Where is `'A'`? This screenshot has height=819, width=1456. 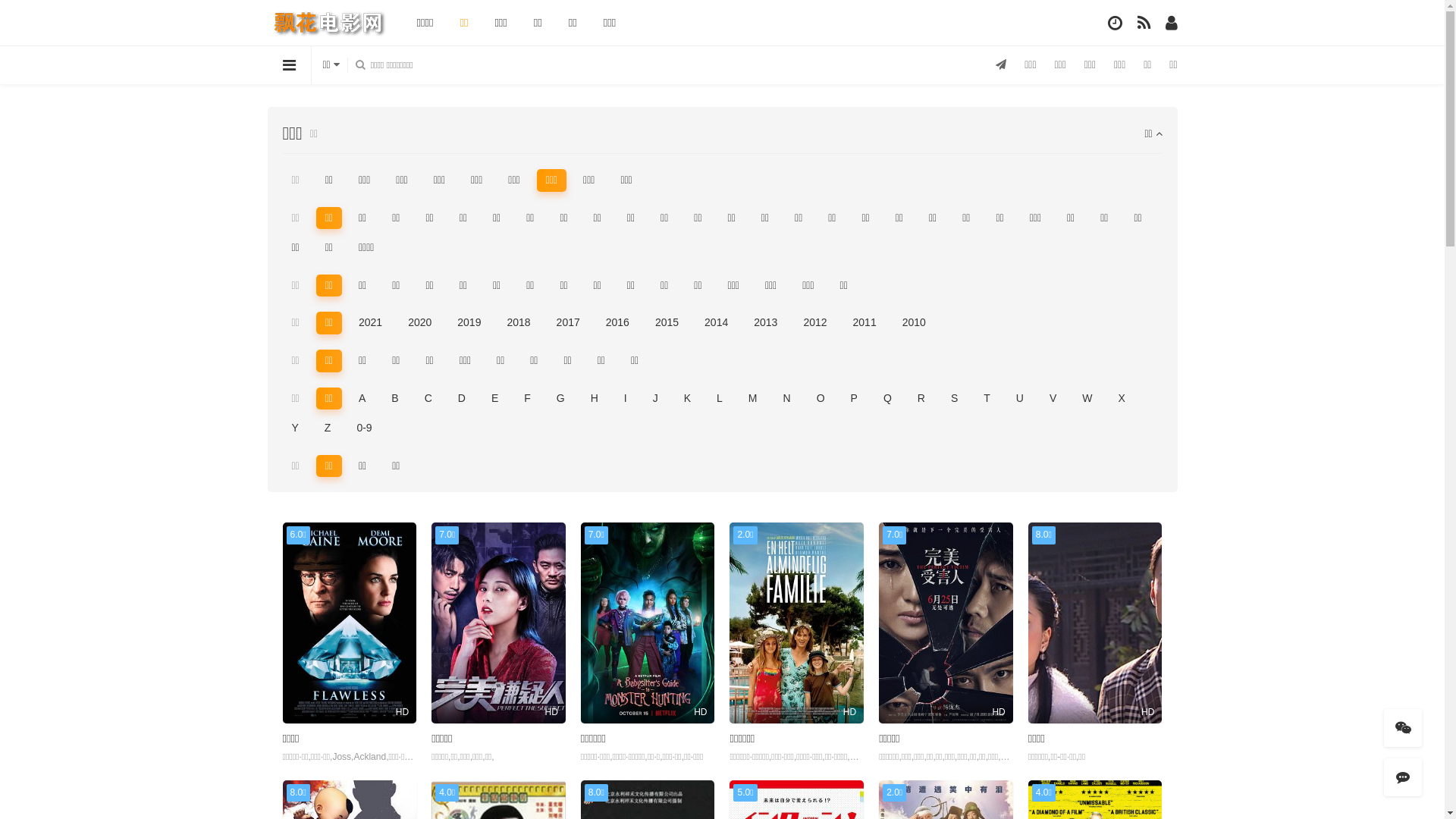
'A' is located at coordinates (361, 397).